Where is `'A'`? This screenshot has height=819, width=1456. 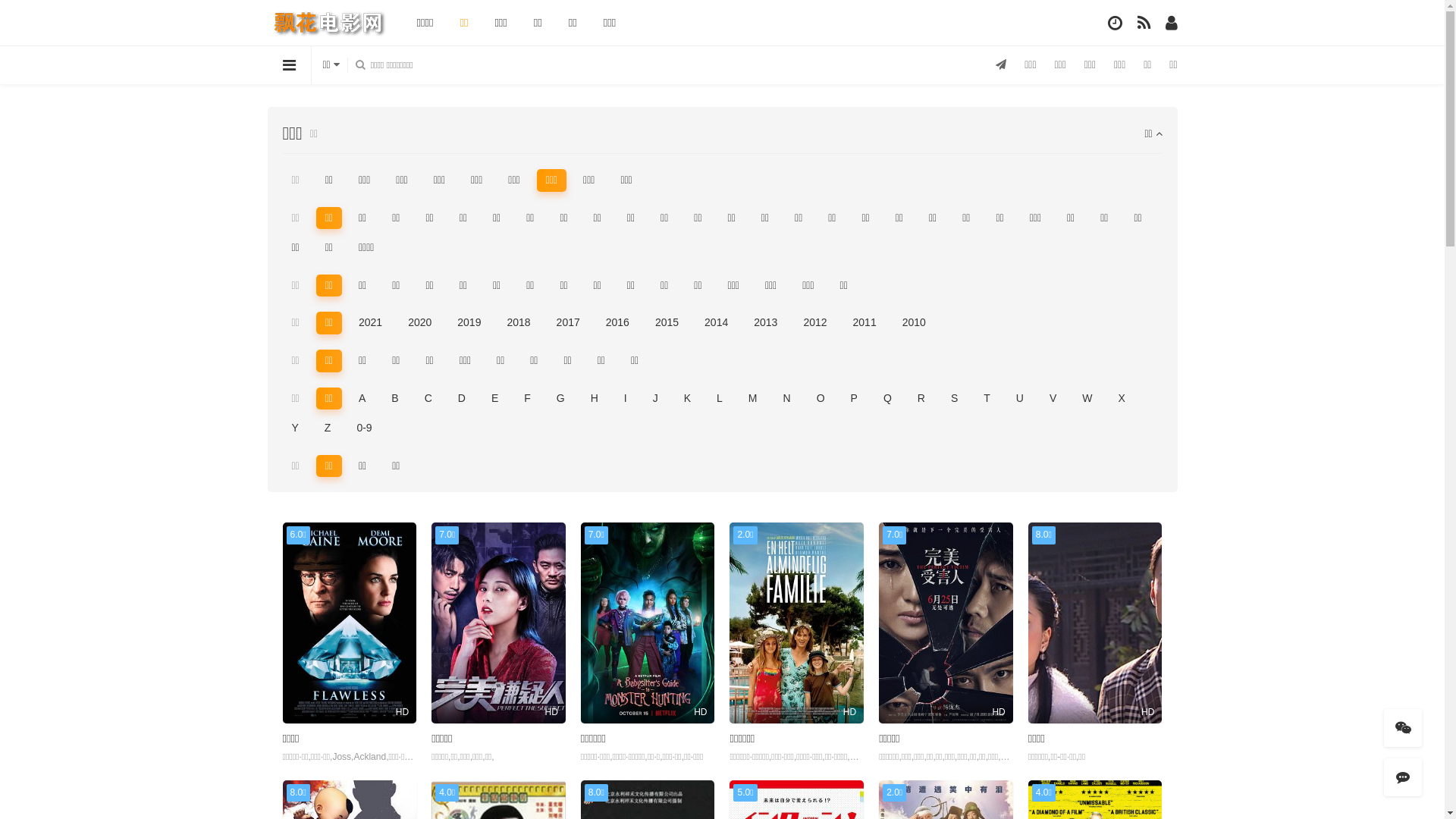
'A' is located at coordinates (361, 397).